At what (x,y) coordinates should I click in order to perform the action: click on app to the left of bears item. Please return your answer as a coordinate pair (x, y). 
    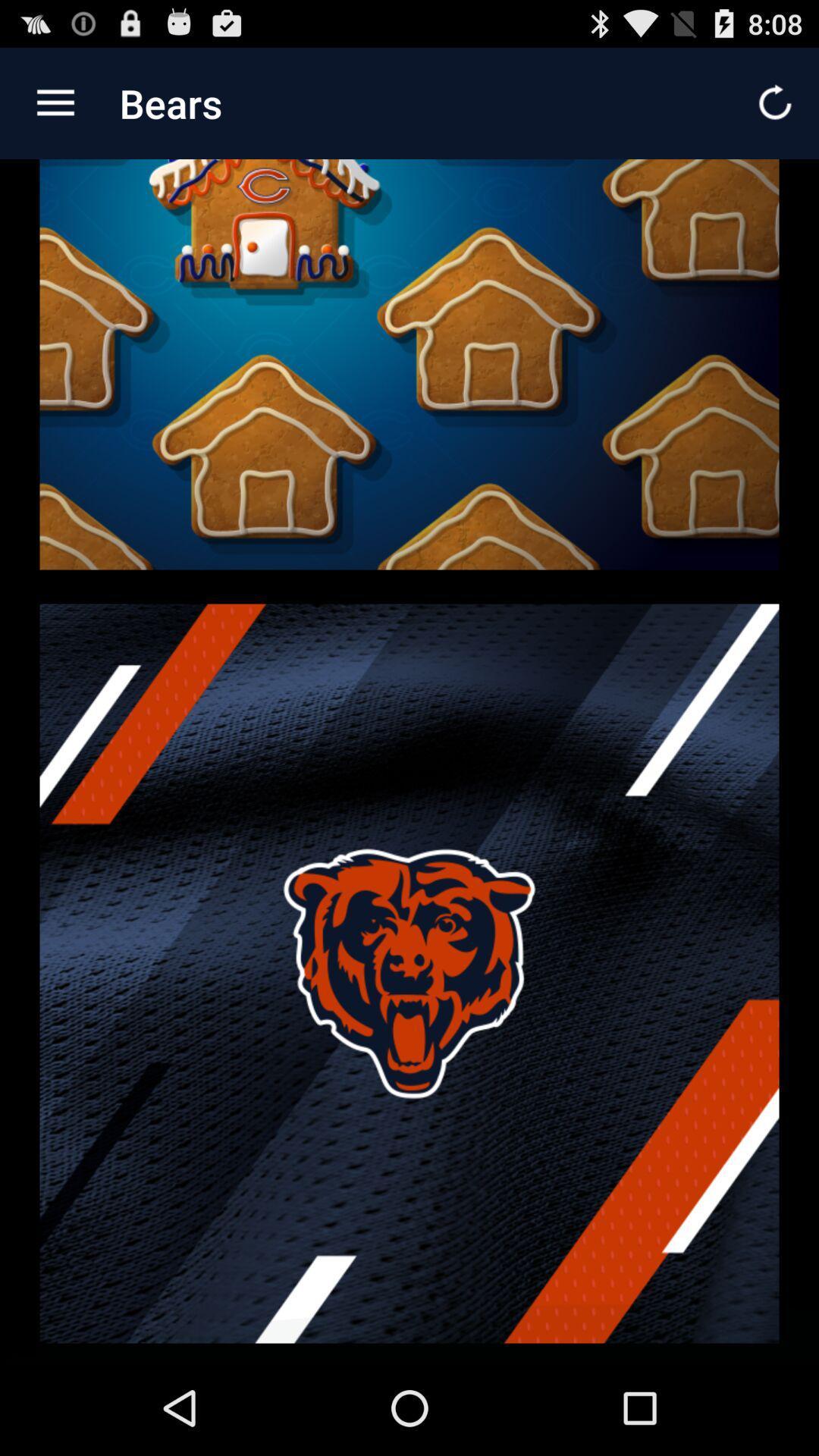
    Looking at the image, I should click on (55, 102).